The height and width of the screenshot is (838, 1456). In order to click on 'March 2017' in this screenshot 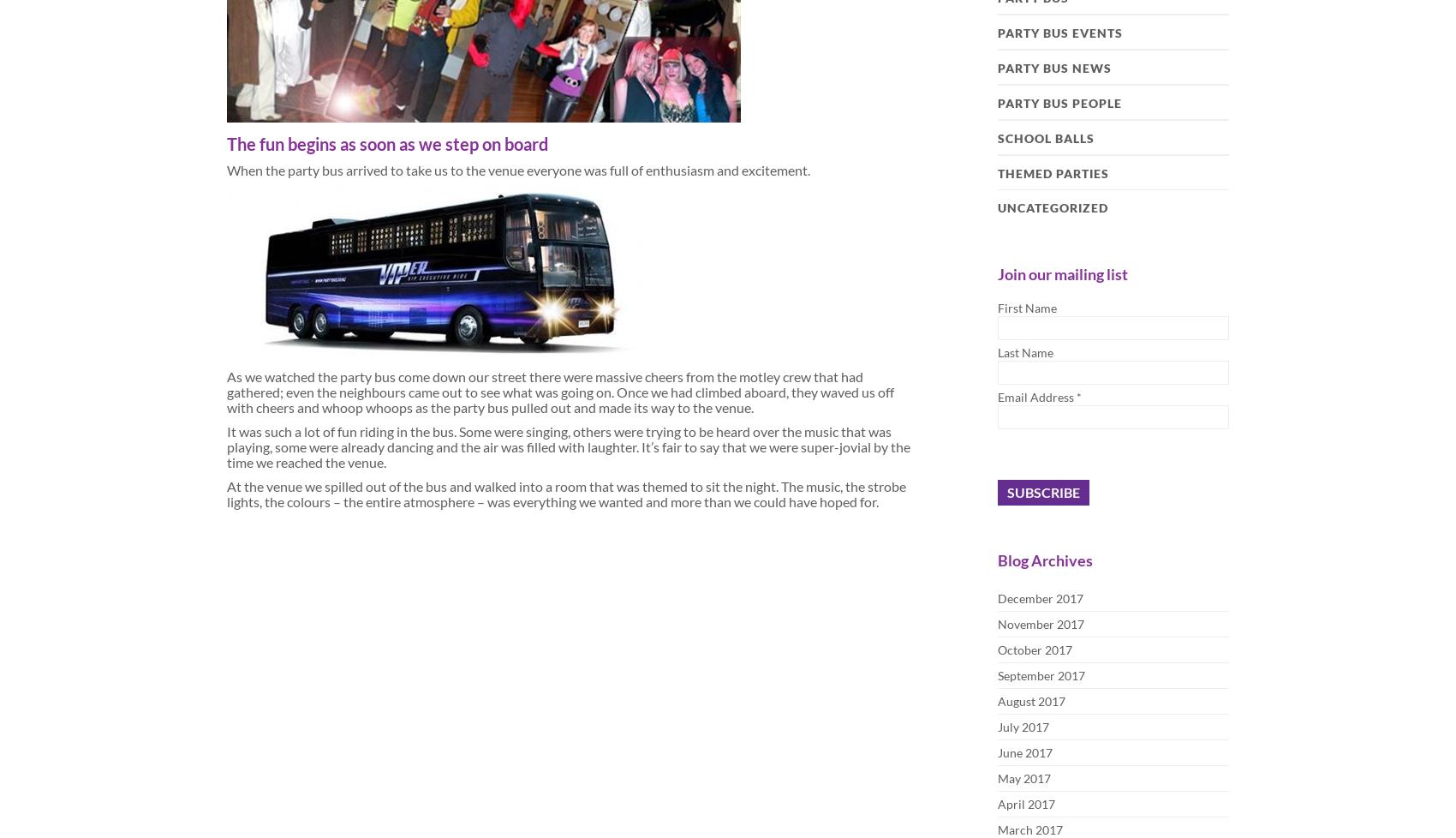, I will do `click(1029, 829)`.